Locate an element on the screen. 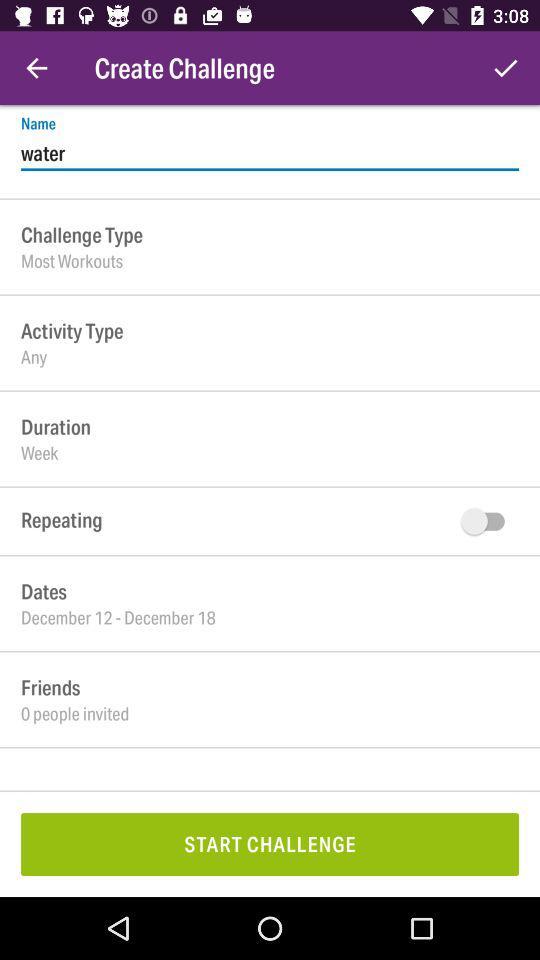 This screenshot has width=540, height=960. turn off on is located at coordinates (486, 520).